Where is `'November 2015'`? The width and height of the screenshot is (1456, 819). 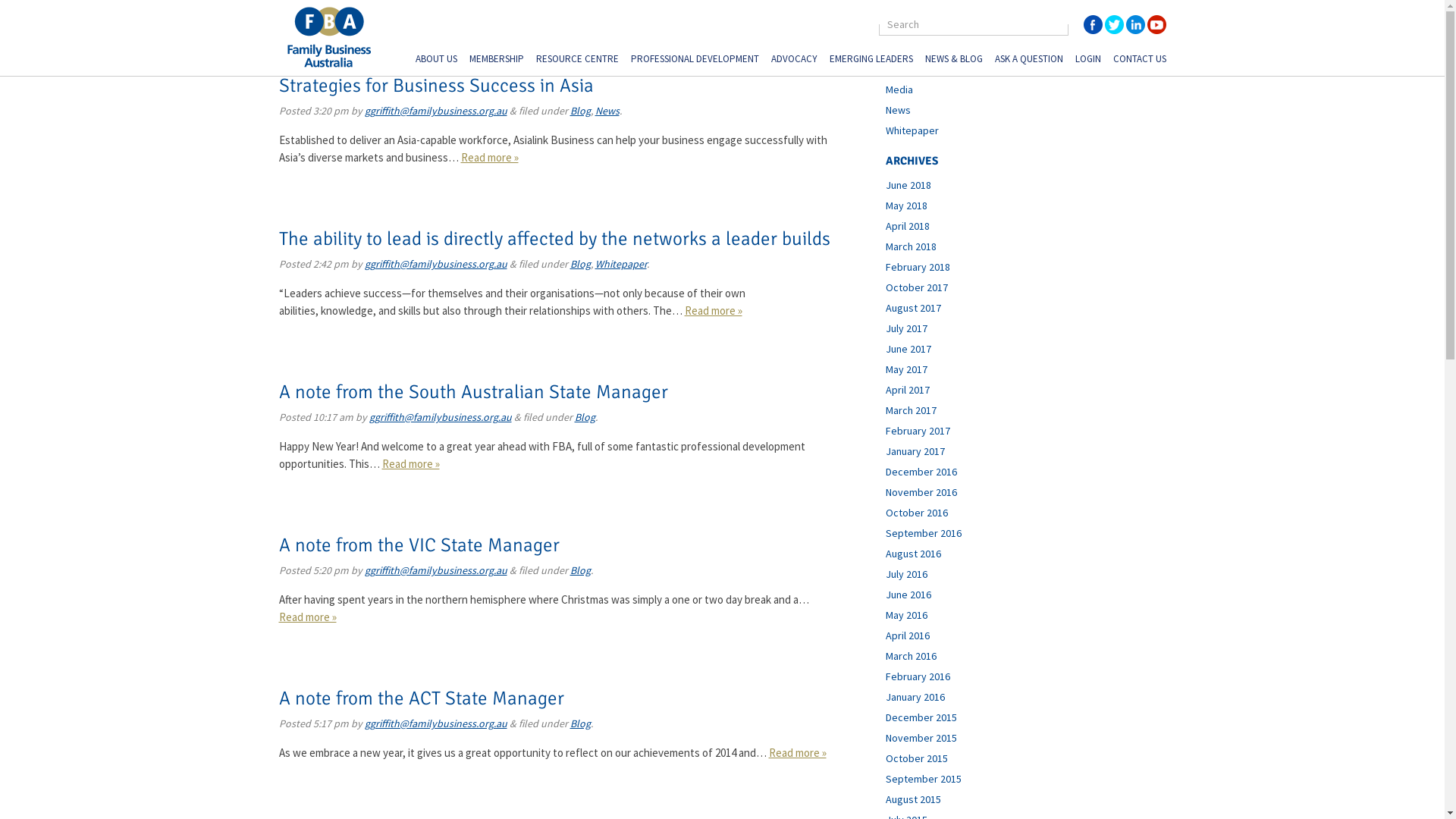 'November 2015' is located at coordinates (920, 736).